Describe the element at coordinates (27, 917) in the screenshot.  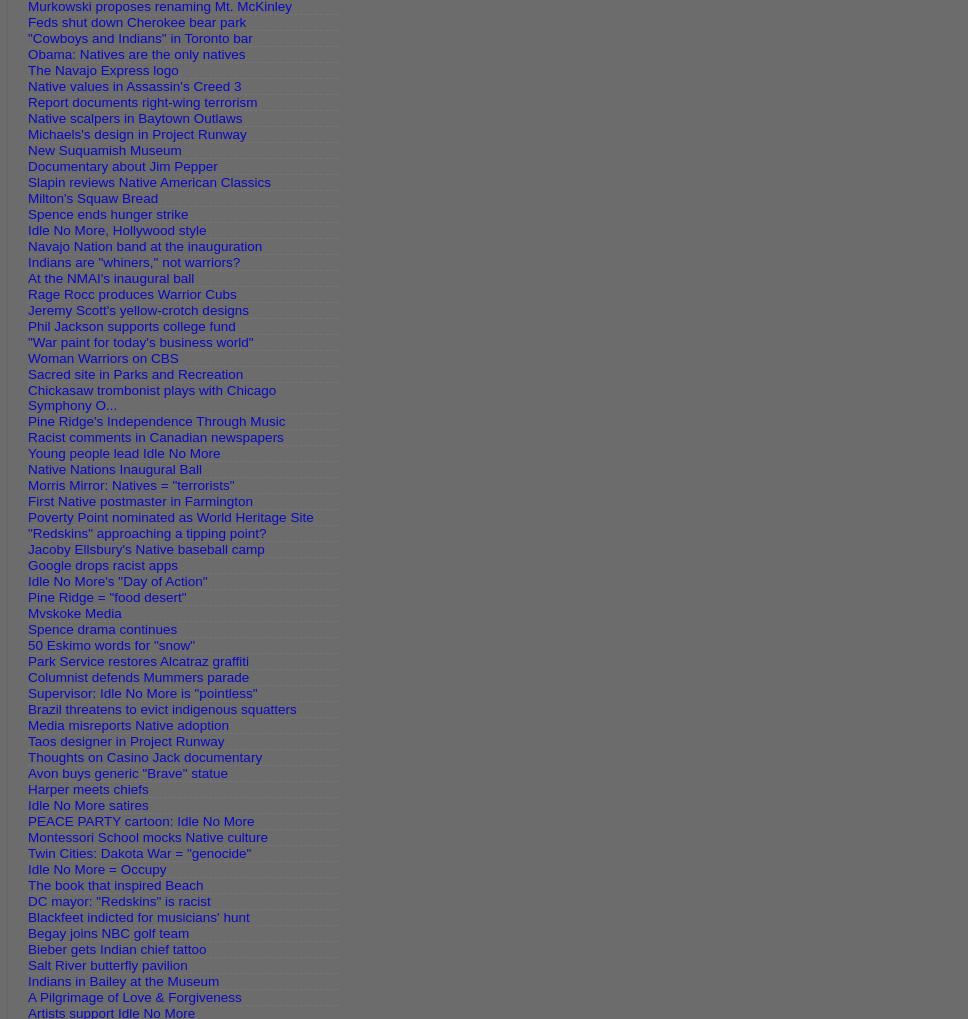
I see `'Blackfeet indicted for musicians' hunt'` at that location.